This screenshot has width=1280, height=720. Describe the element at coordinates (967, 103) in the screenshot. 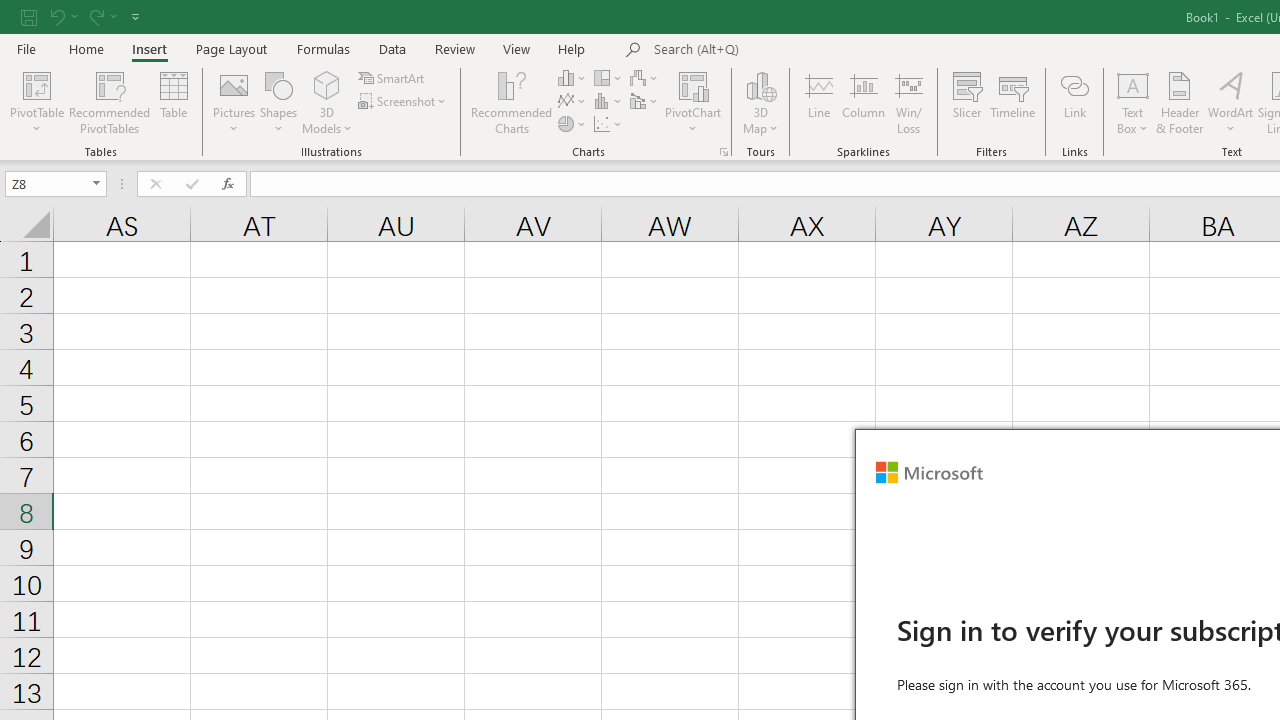

I see `'Slicer...'` at that location.